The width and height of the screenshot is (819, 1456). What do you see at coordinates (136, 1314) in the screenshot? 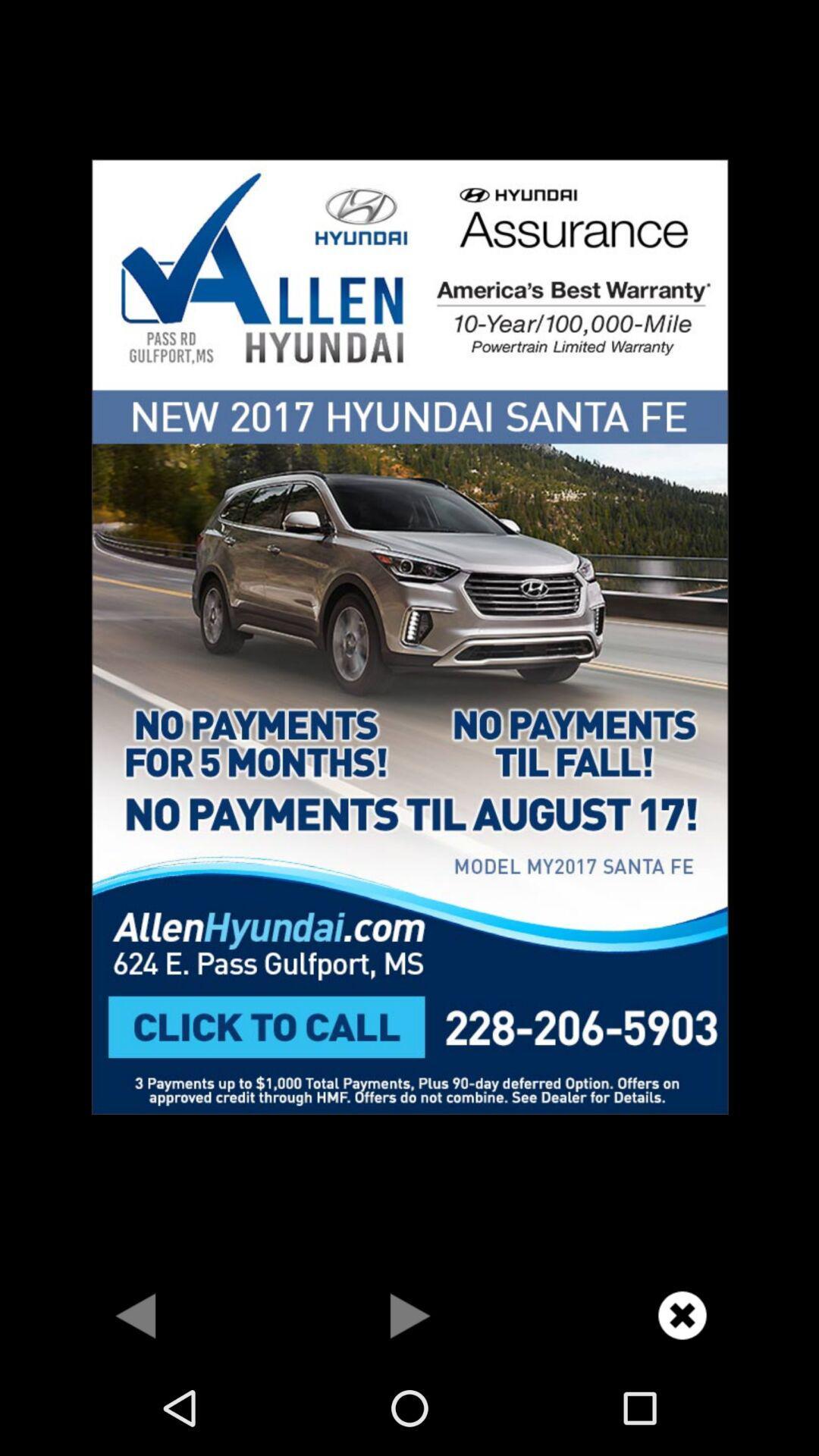
I see `for back` at bounding box center [136, 1314].